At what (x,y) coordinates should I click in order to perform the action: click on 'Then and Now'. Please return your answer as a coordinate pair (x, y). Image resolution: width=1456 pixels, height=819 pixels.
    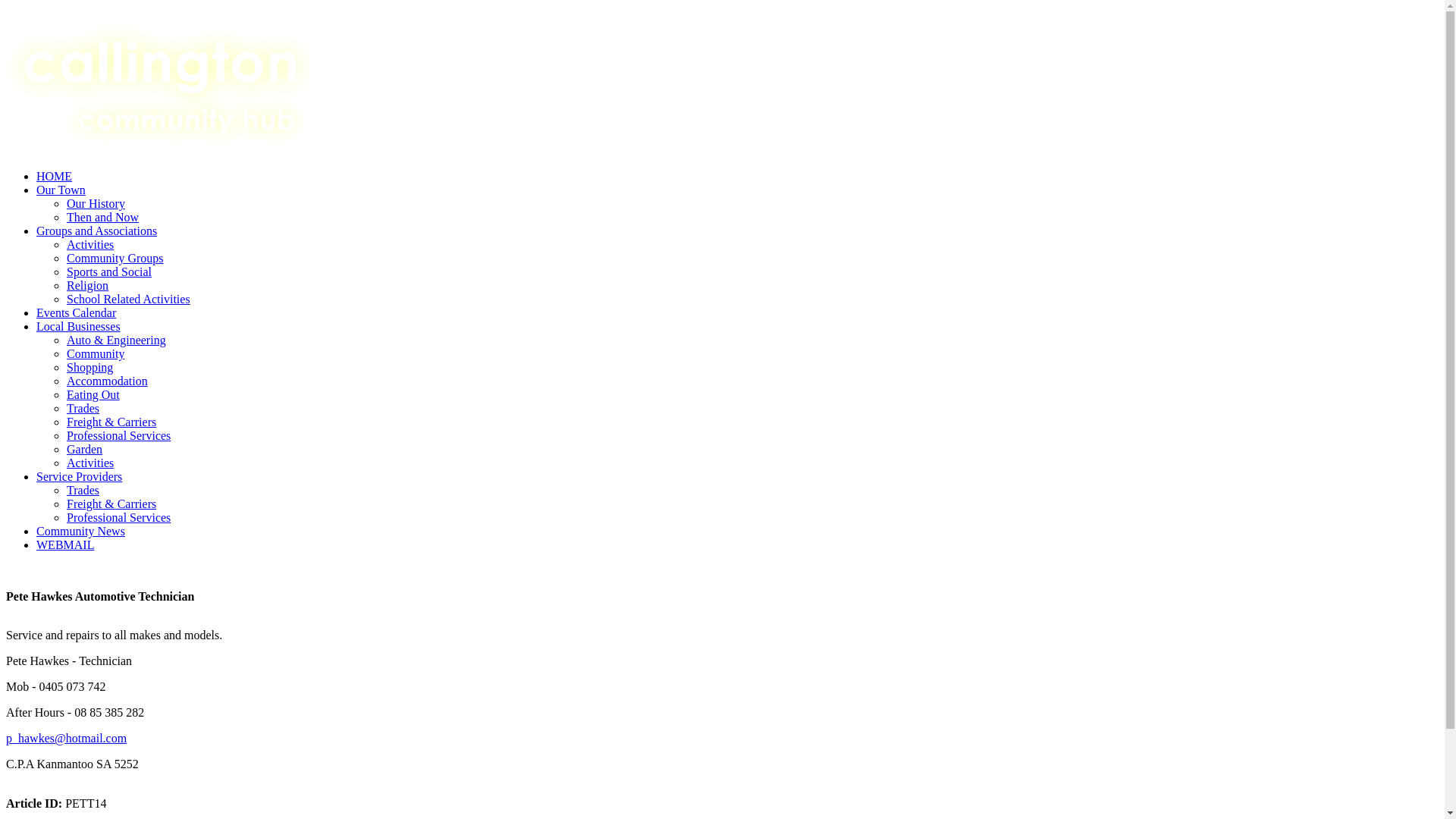
    Looking at the image, I should click on (102, 217).